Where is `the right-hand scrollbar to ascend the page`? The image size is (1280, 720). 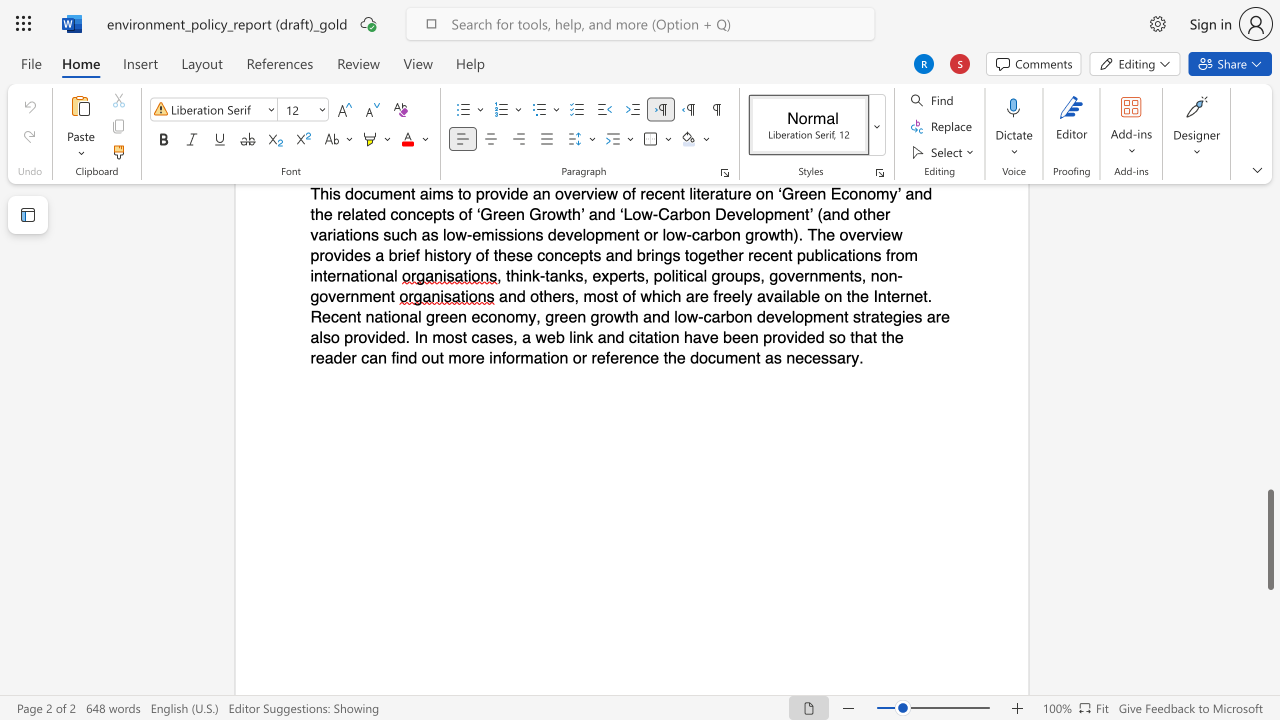 the right-hand scrollbar to ascend the page is located at coordinates (1269, 450).